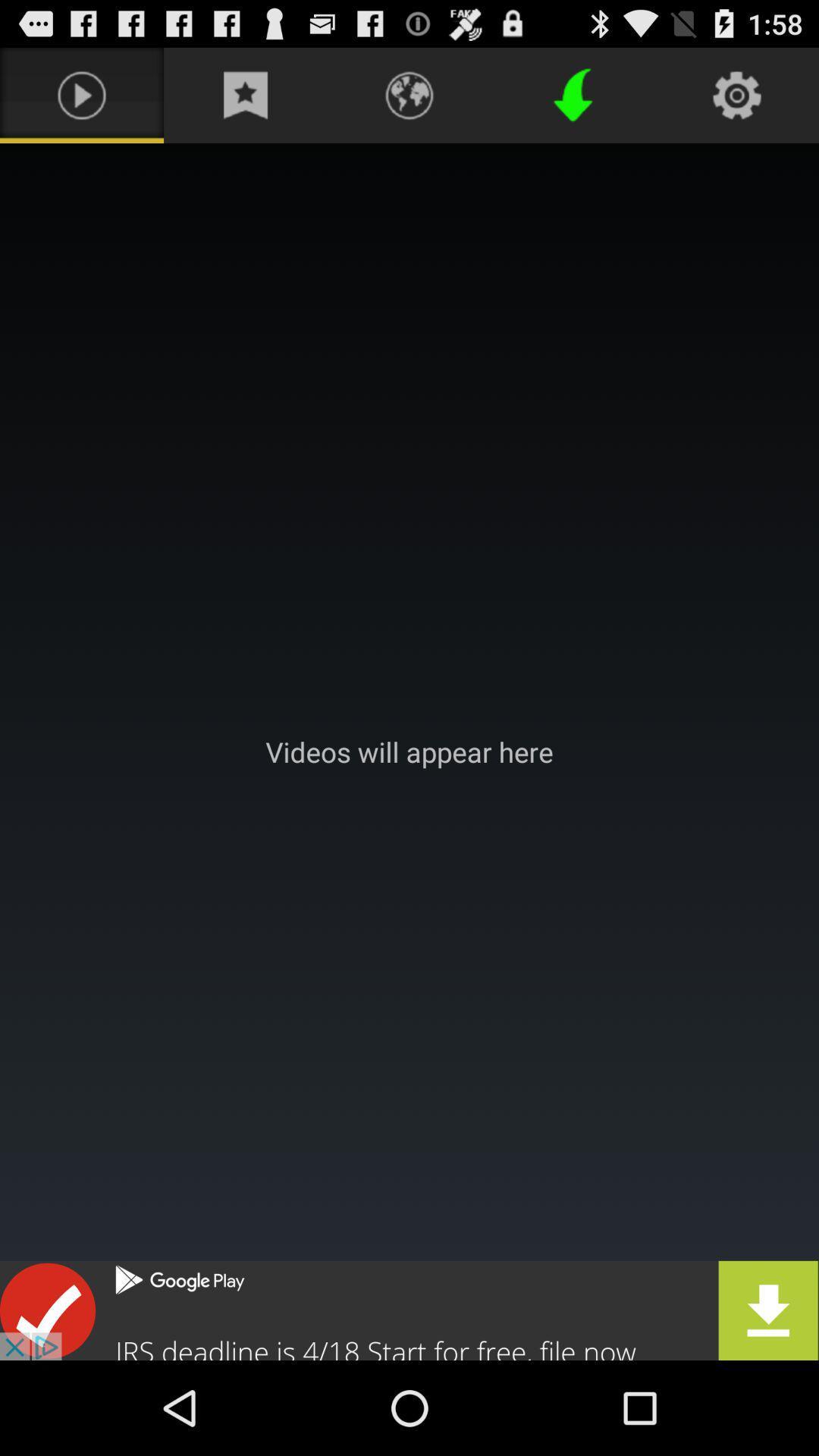  Describe the element at coordinates (409, 752) in the screenshot. I see `videos watching screen` at that location.